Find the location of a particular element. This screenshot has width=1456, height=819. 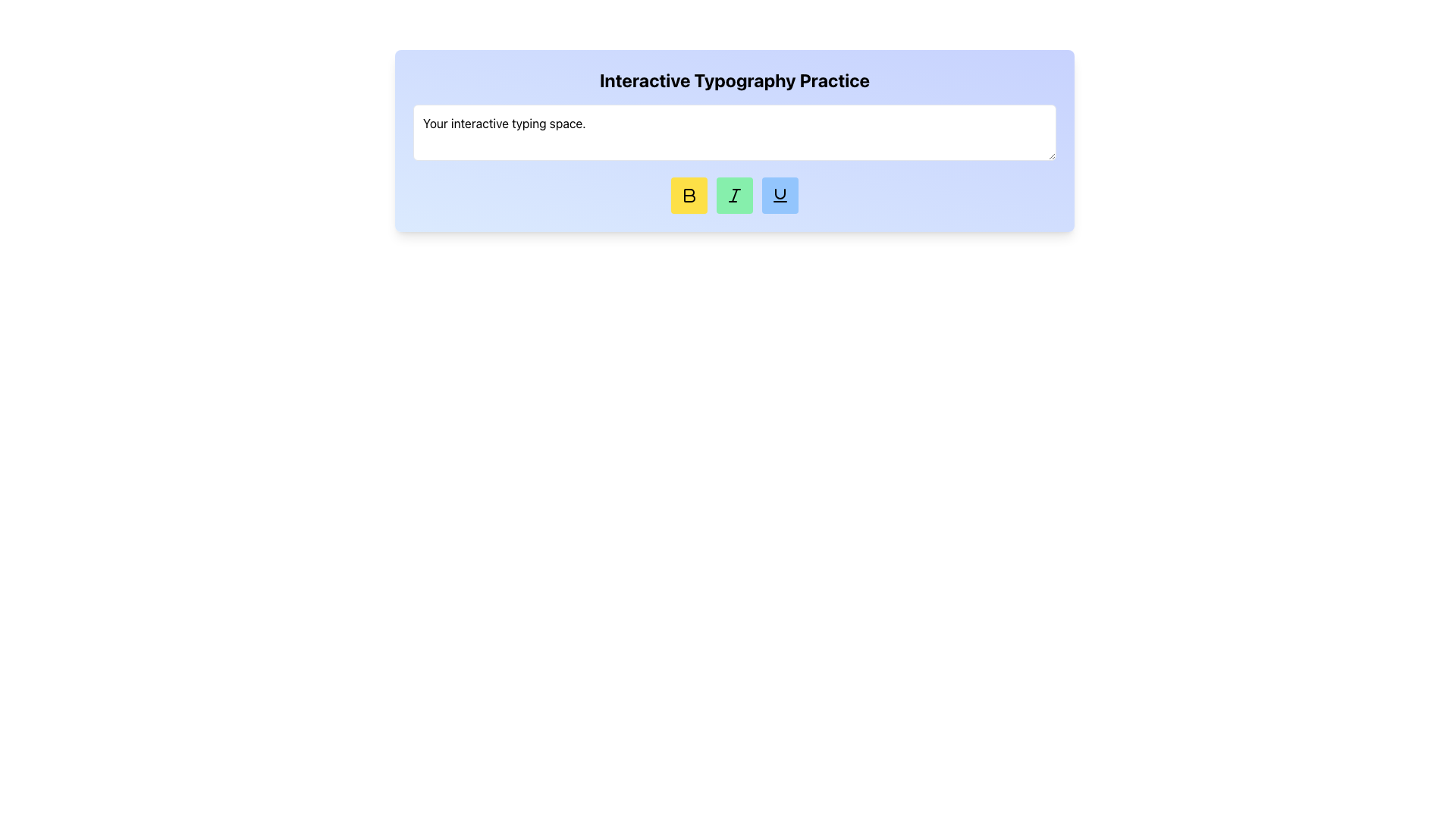

the third button from the left in a set of three adjacent buttons representing typographical functions in a text editing tool, specifically the one for underlining text is located at coordinates (780, 193).